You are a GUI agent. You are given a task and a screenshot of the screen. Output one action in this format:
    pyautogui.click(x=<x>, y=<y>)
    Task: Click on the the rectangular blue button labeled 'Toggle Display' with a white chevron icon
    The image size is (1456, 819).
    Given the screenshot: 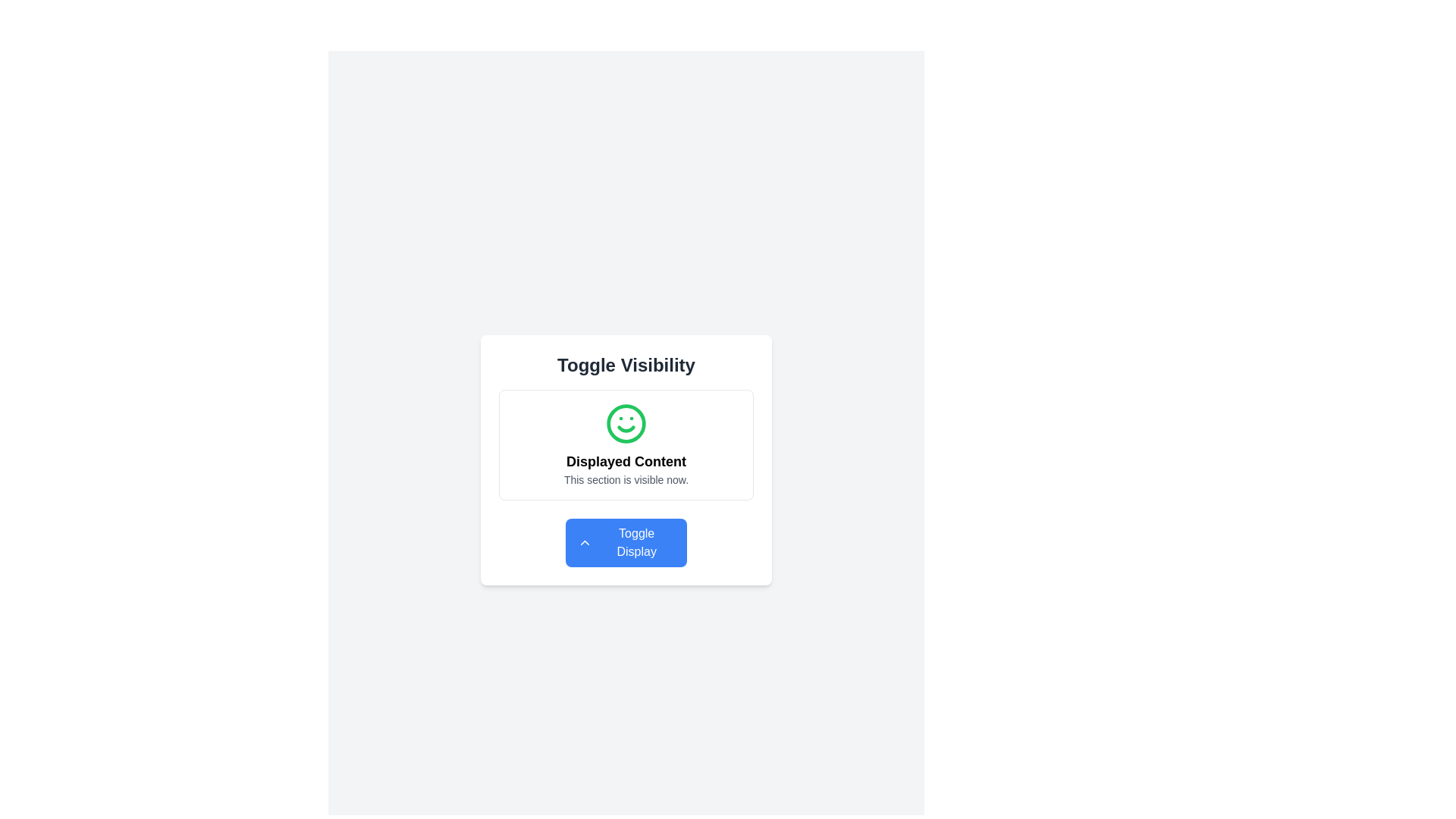 What is the action you would take?
    pyautogui.click(x=626, y=542)
    